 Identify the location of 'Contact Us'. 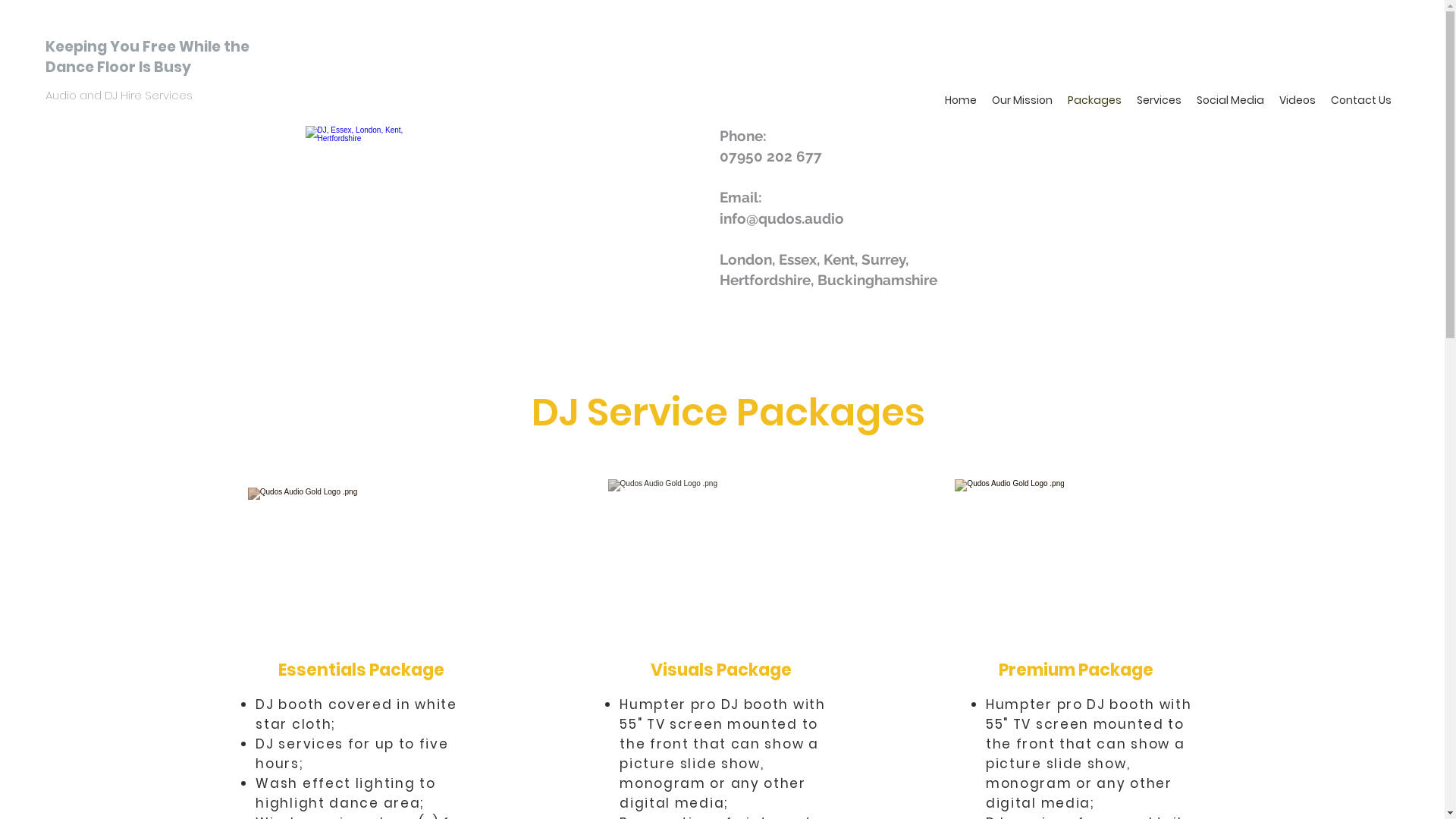
(1361, 99).